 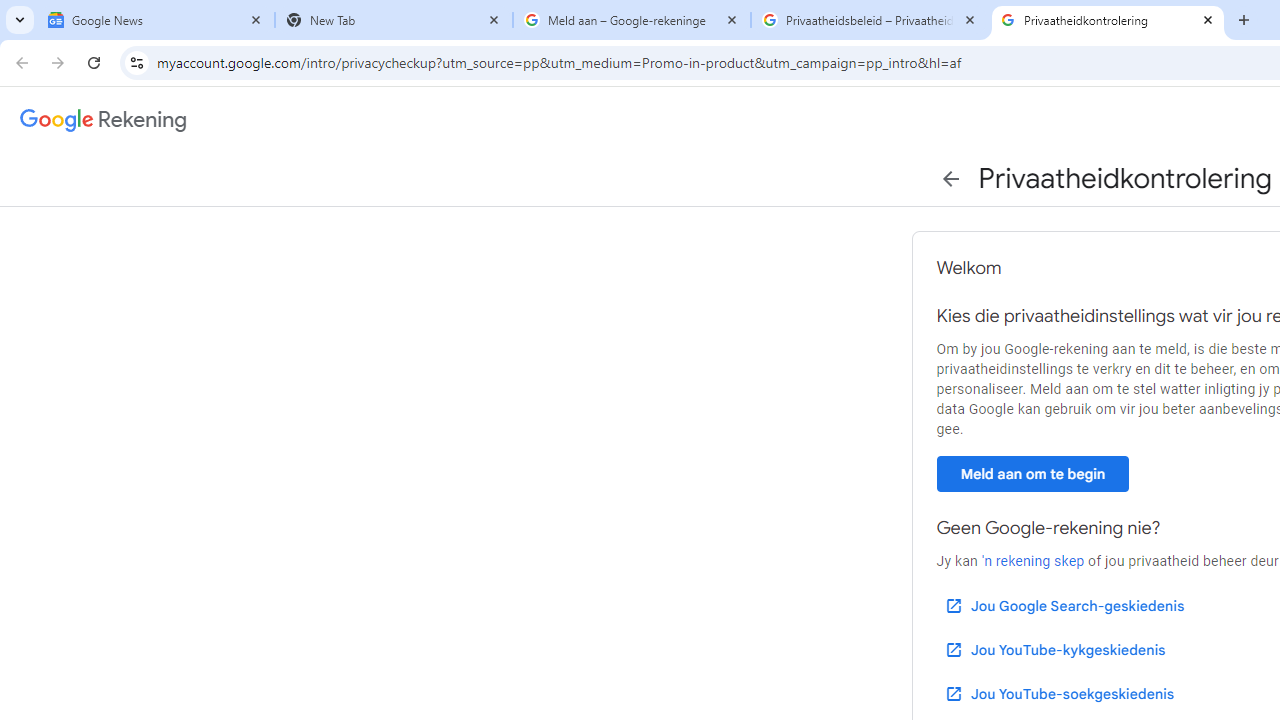 I want to click on 'Google News', so click(x=155, y=20).